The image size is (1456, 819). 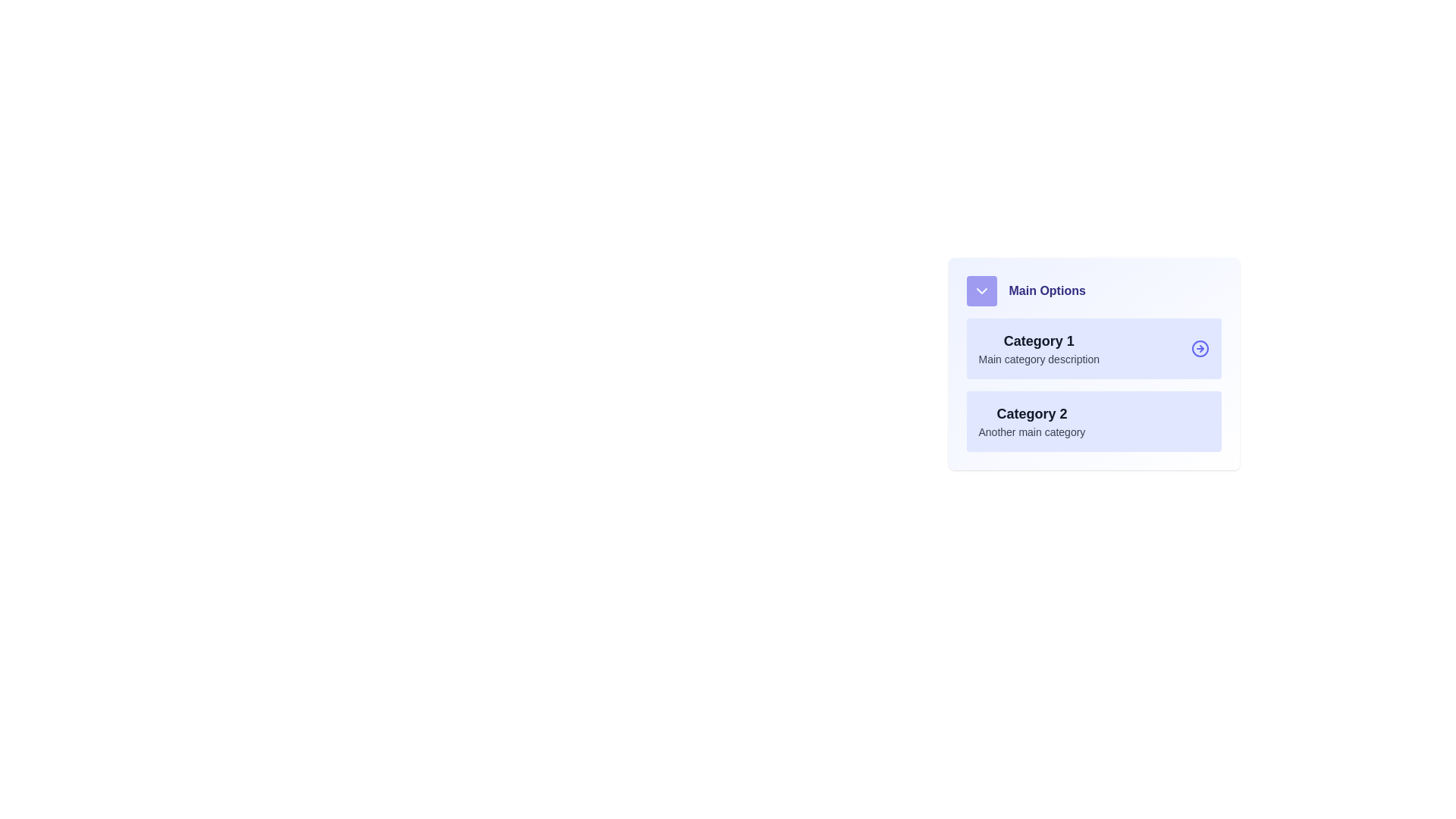 I want to click on the 'Category 2' option located within the Interactive section of the 'Main Options' card, so click(x=1094, y=384).